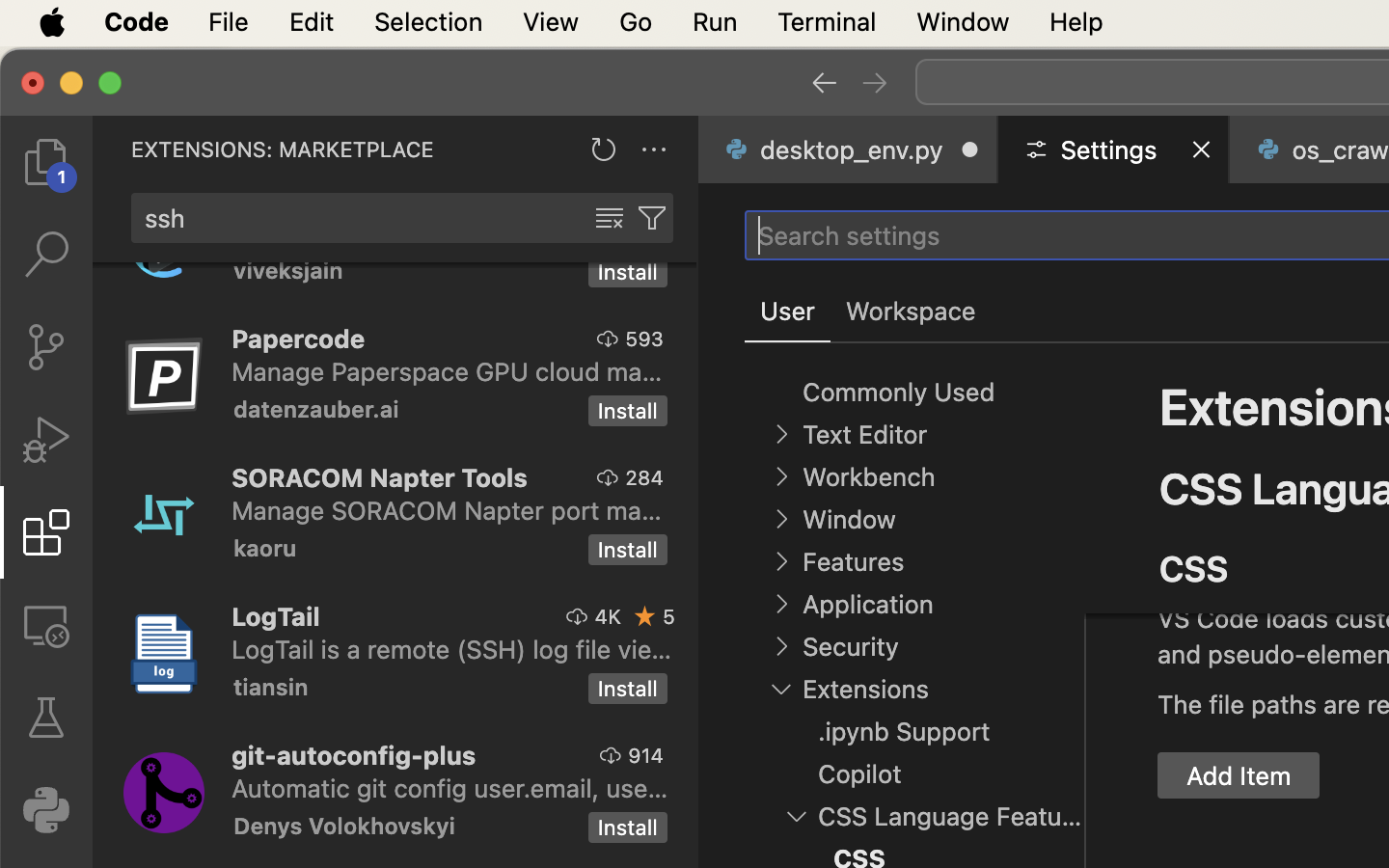  What do you see at coordinates (645, 616) in the screenshot?
I see `''` at bounding box center [645, 616].